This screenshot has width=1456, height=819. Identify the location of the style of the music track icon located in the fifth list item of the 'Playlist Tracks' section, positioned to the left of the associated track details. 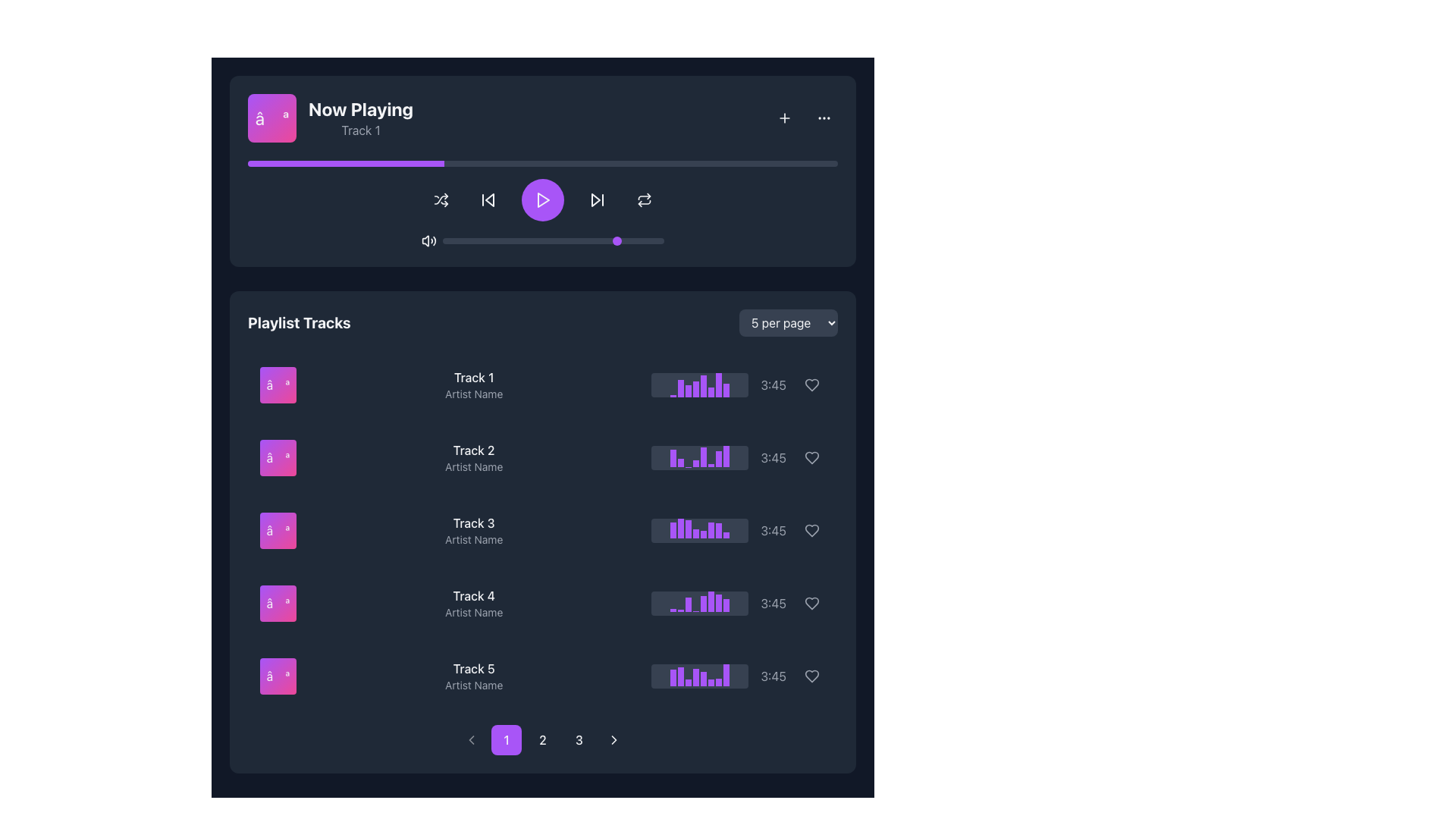
(278, 675).